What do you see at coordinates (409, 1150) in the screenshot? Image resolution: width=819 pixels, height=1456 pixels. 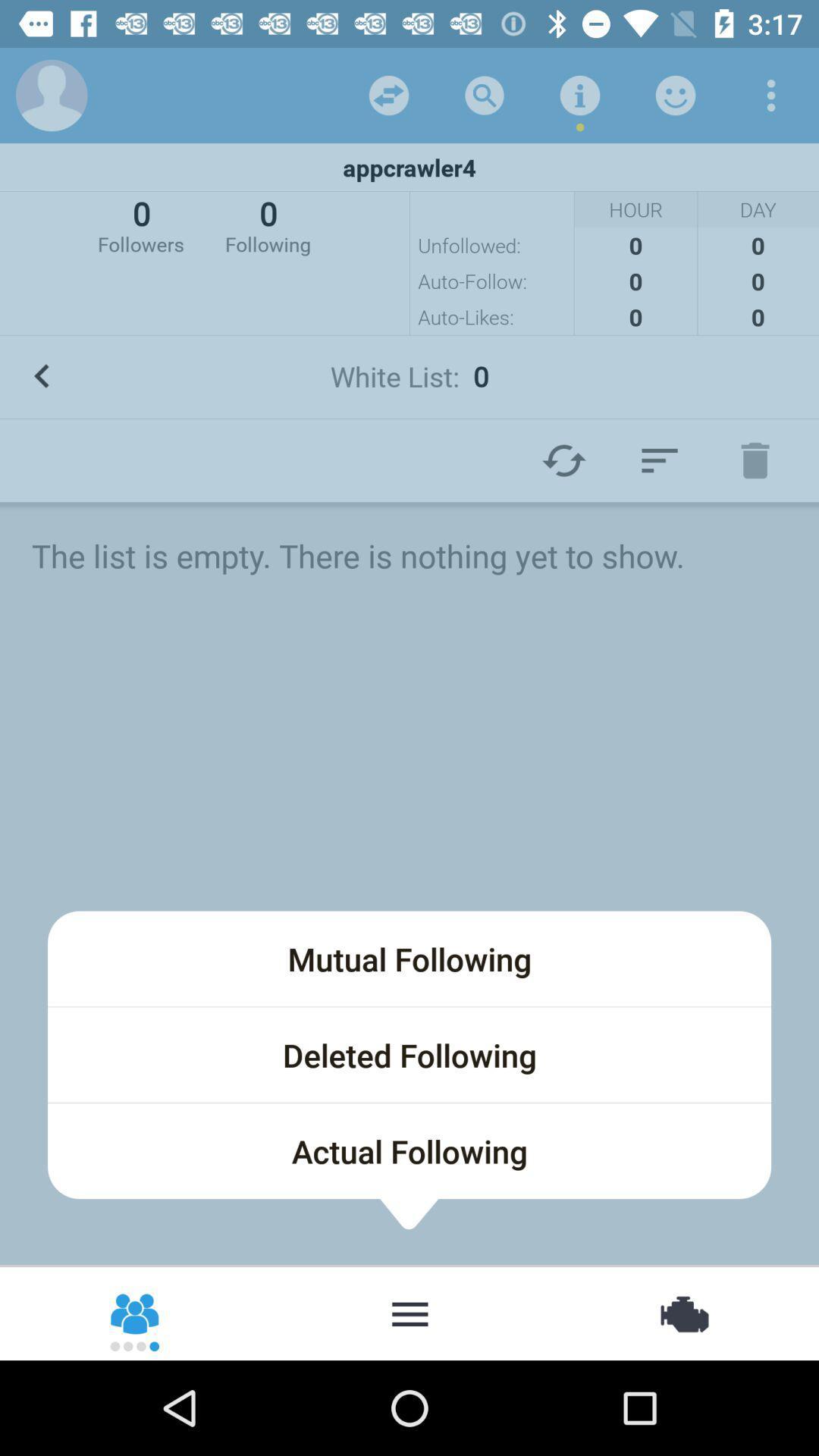 I see `the actual following` at bounding box center [409, 1150].